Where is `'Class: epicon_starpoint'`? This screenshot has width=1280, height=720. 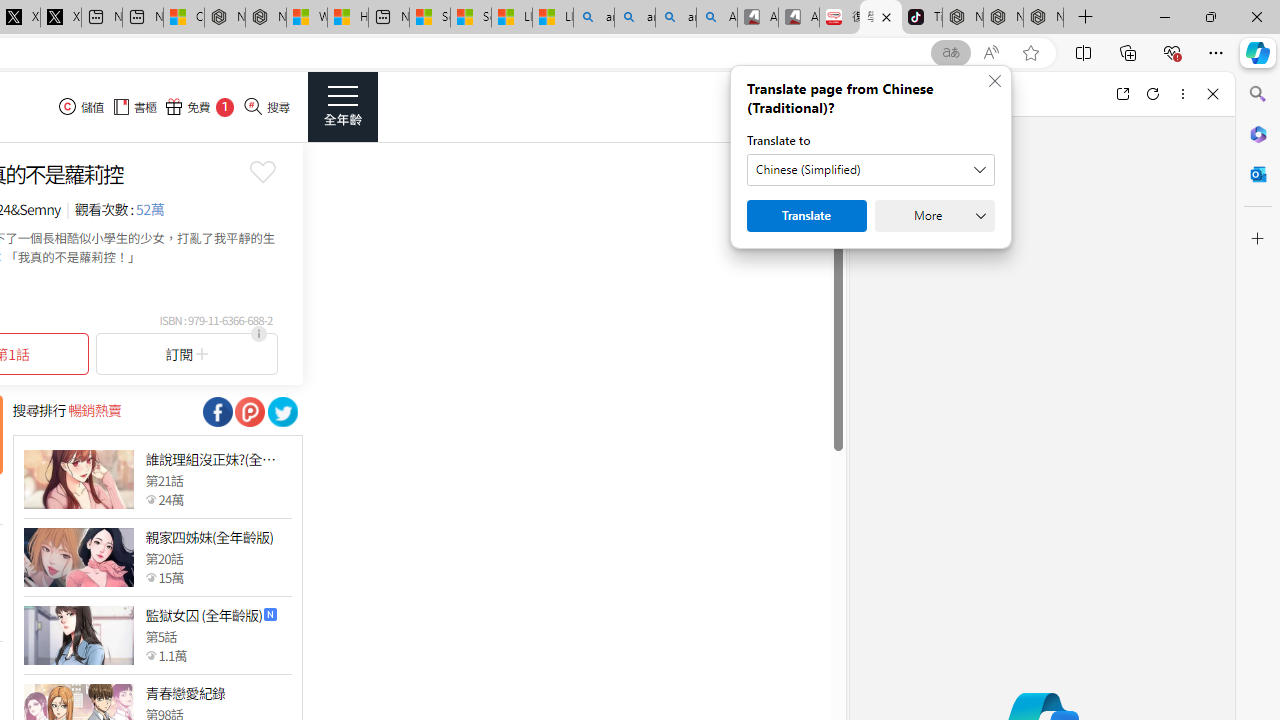 'Class: epicon_starpoint' is located at coordinates (150, 655).